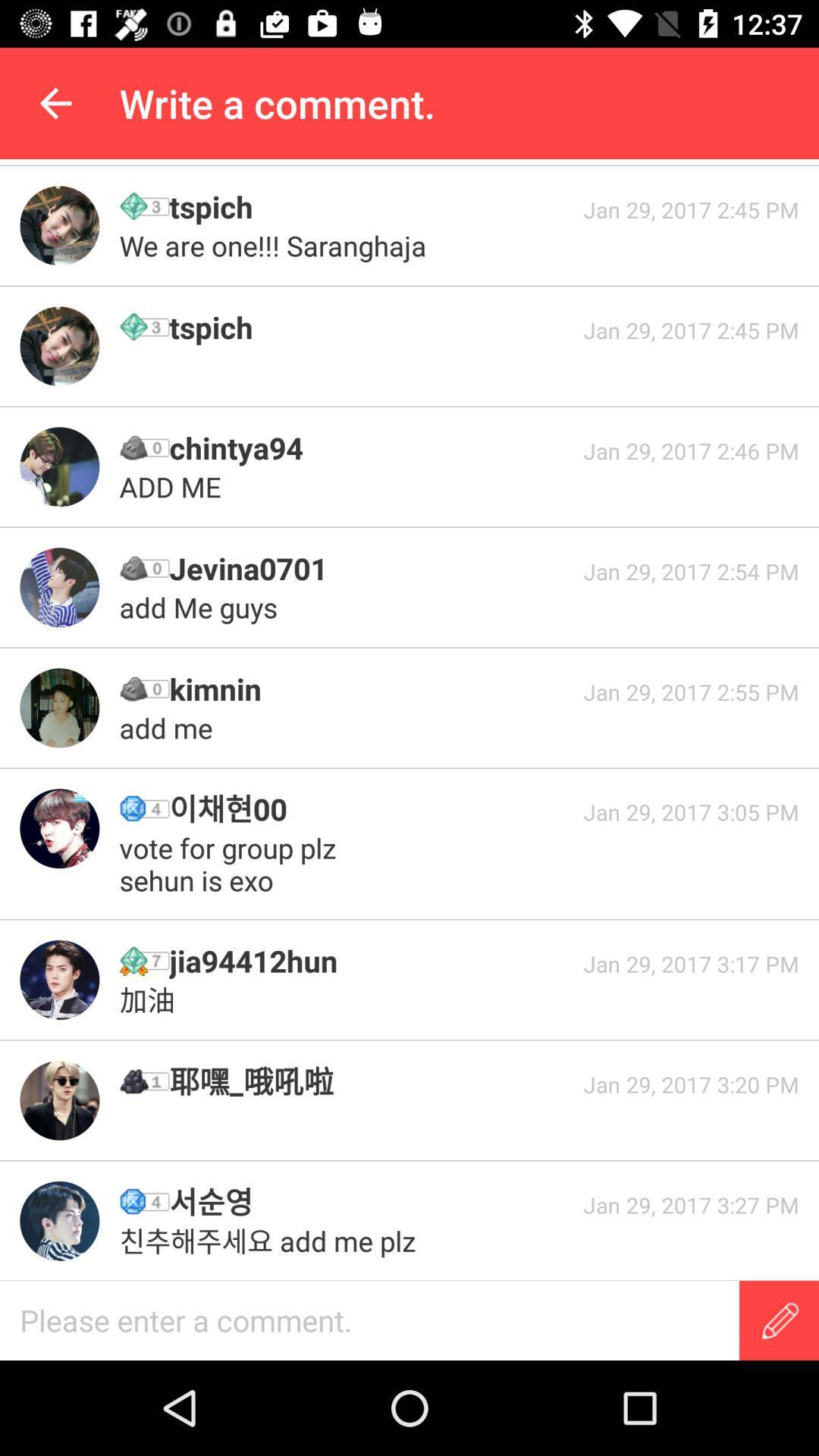  I want to click on profile, so click(58, 345).